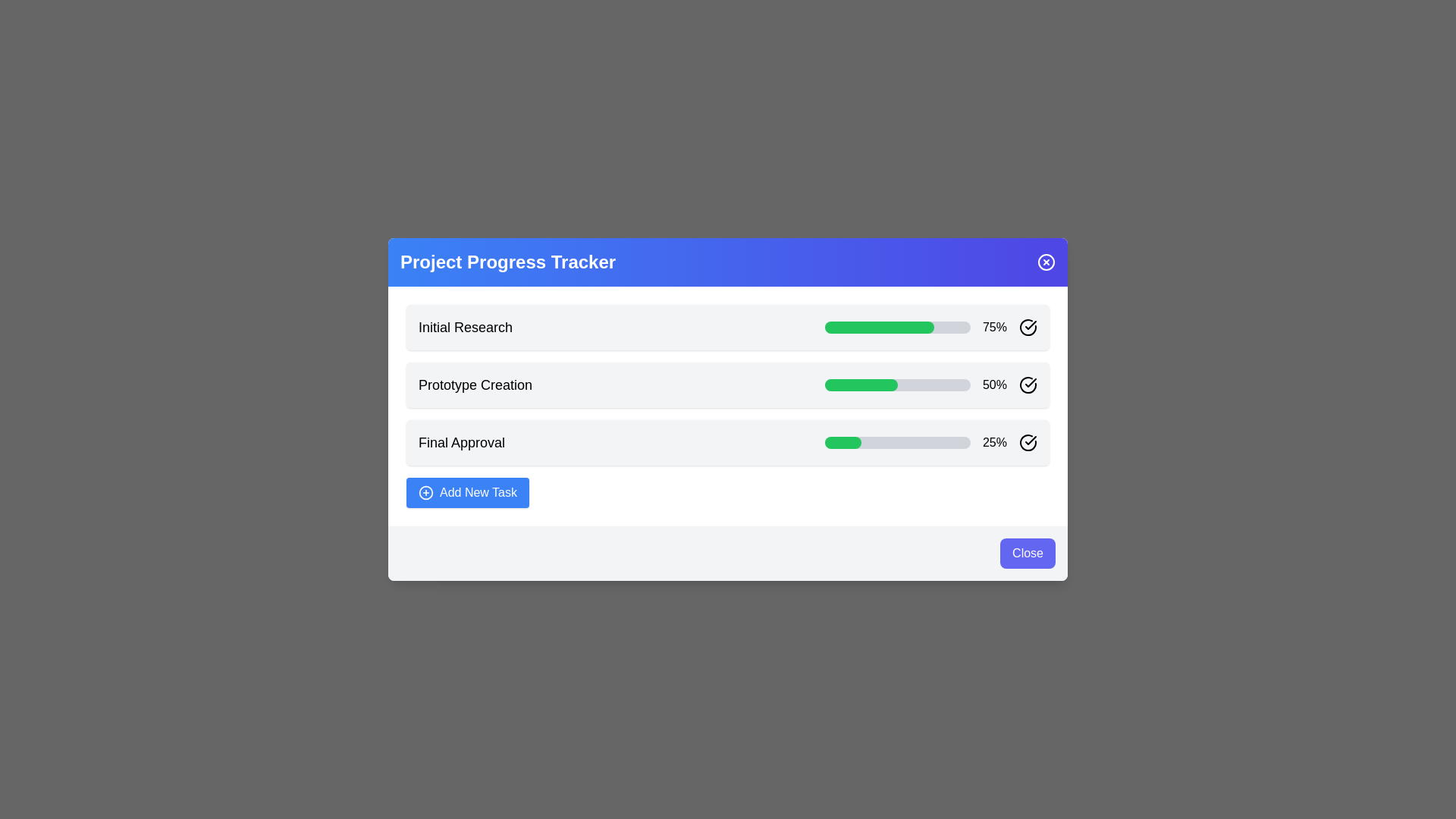  What do you see at coordinates (728, 409) in the screenshot?
I see `the second progress bar that displays the completion percentage of the 'Prototype Creation' task, located centrally within the modal, between 'Initial Research' and 'Final Approval'` at bounding box center [728, 409].